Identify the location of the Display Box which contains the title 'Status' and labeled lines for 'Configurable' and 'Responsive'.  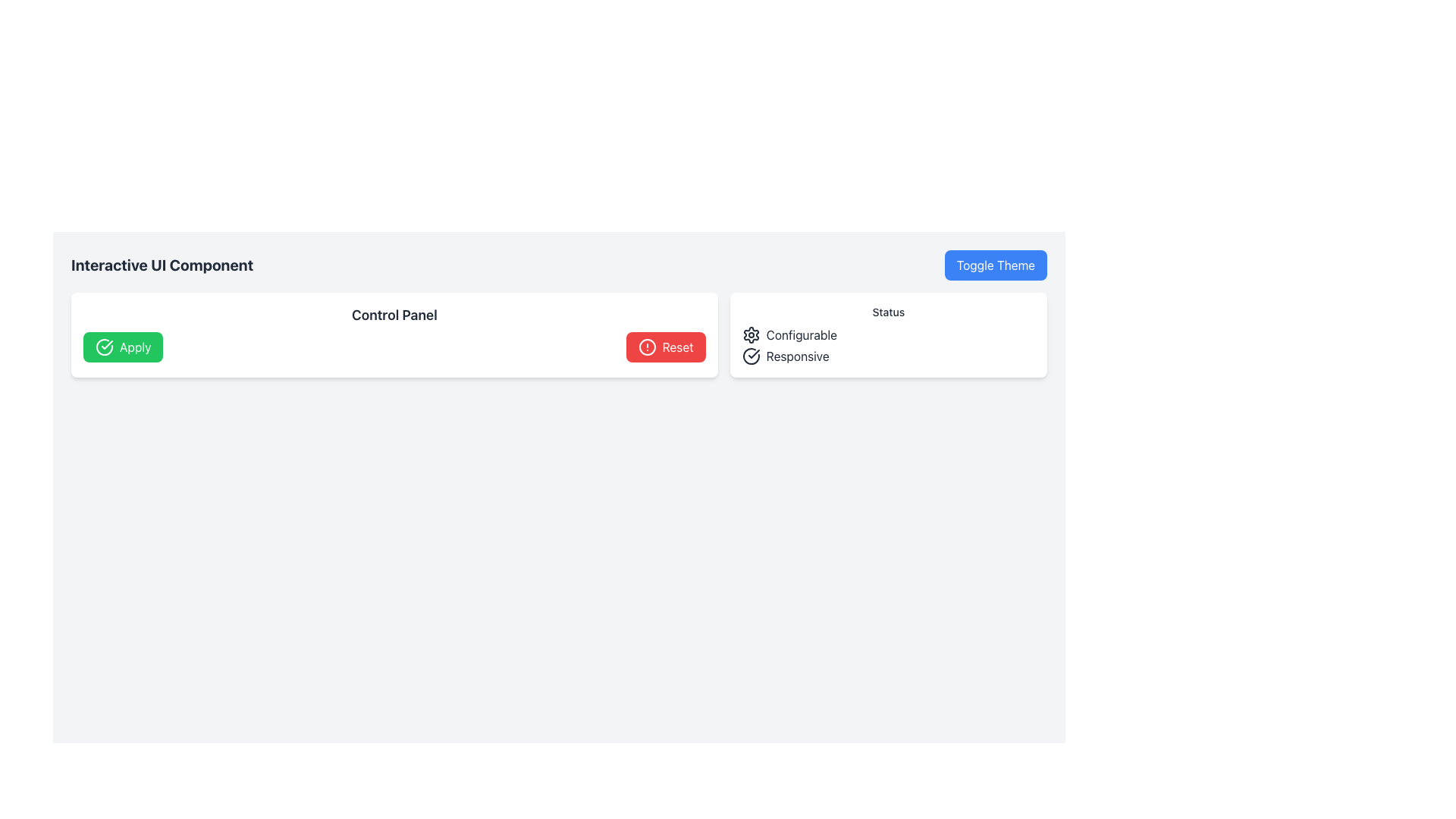
(888, 334).